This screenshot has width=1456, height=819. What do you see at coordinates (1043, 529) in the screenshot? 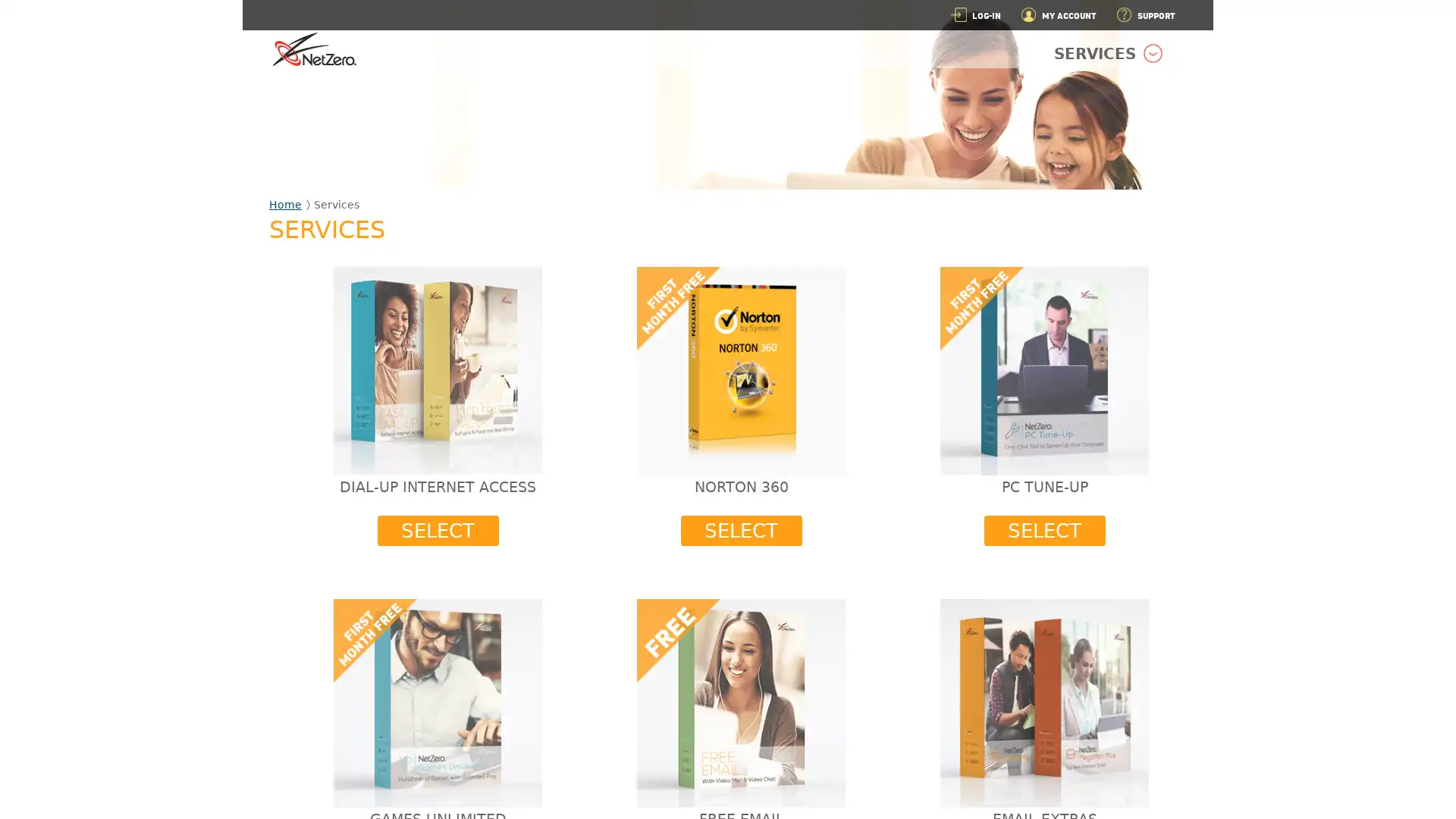
I see `SELECT` at bounding box center [1043, 529].